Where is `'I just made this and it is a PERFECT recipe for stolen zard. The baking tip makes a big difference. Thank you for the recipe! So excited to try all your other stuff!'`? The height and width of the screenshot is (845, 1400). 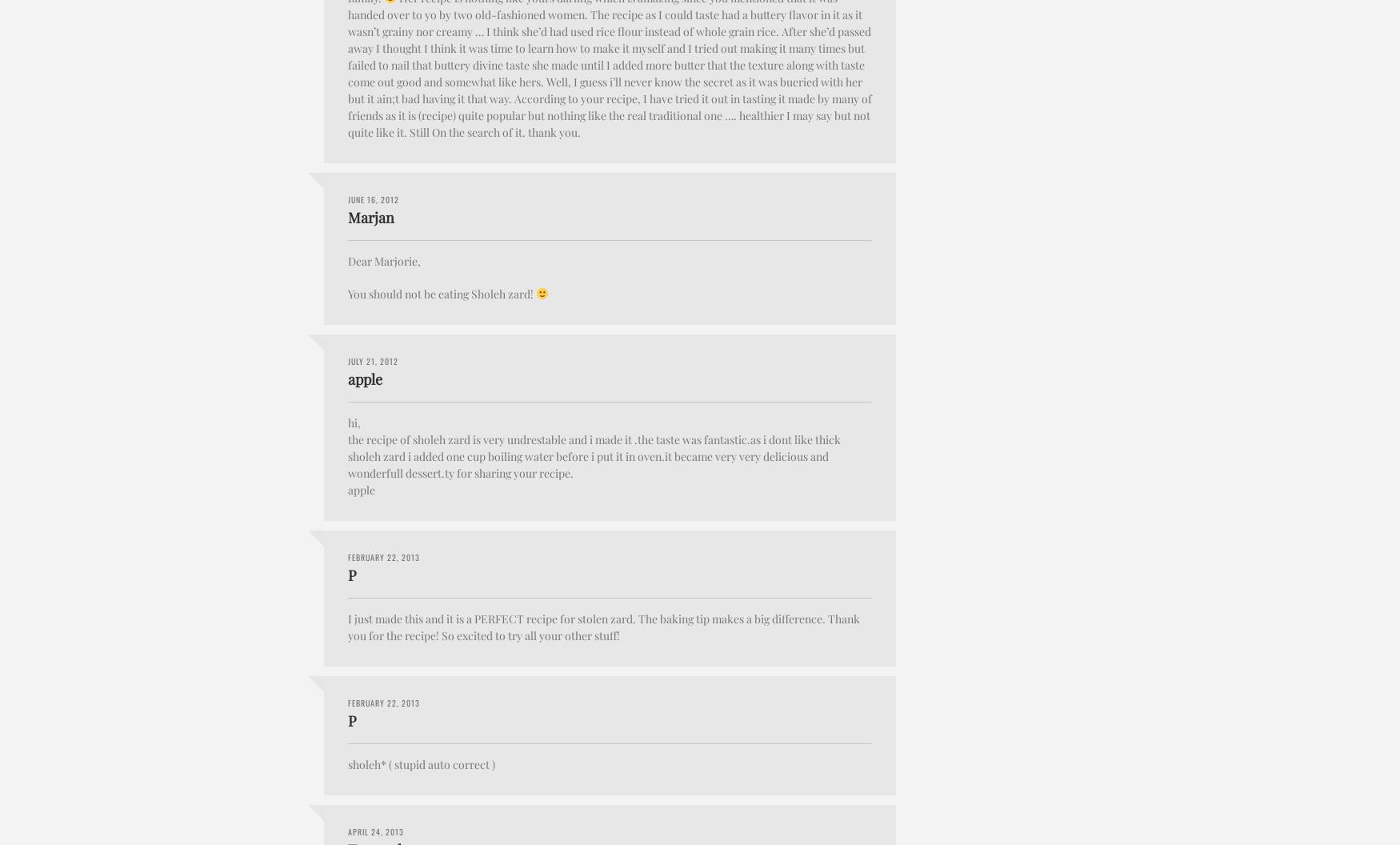
'I just made this and it is a PERFECT recipe for stolen zard. The baking tip makes a big difference. Thank you for the recipe! So excited to try all your other stuff!' is located at coordinates (602, 626).